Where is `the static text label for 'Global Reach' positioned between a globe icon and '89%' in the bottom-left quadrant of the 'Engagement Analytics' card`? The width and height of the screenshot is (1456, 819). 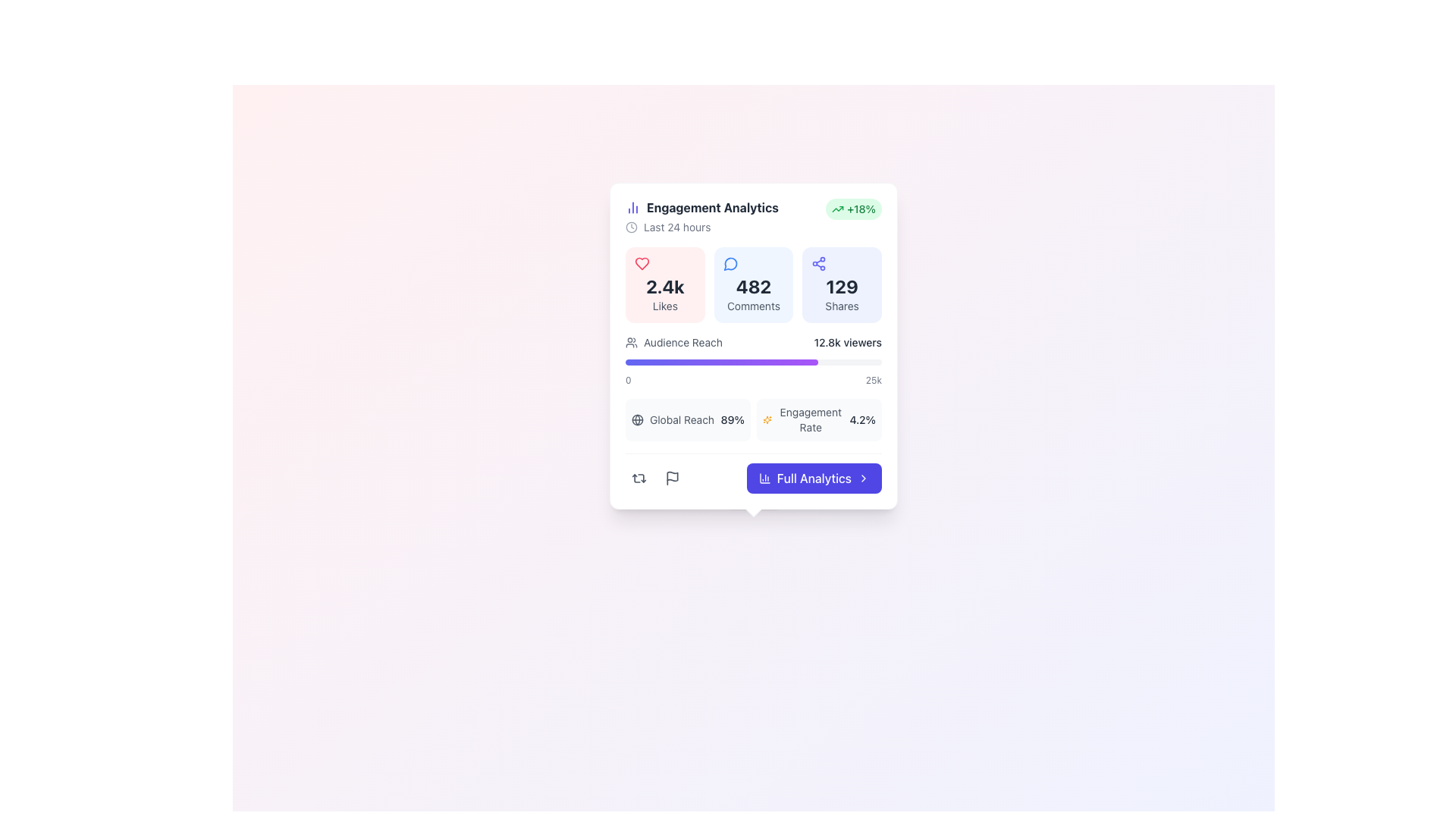 the static text label for 'Global Reach' positioned between a globe icon and '89%' in the bottom-left quadrant of the 'Engagement Analytics' card is located at coordinates (681, 420).